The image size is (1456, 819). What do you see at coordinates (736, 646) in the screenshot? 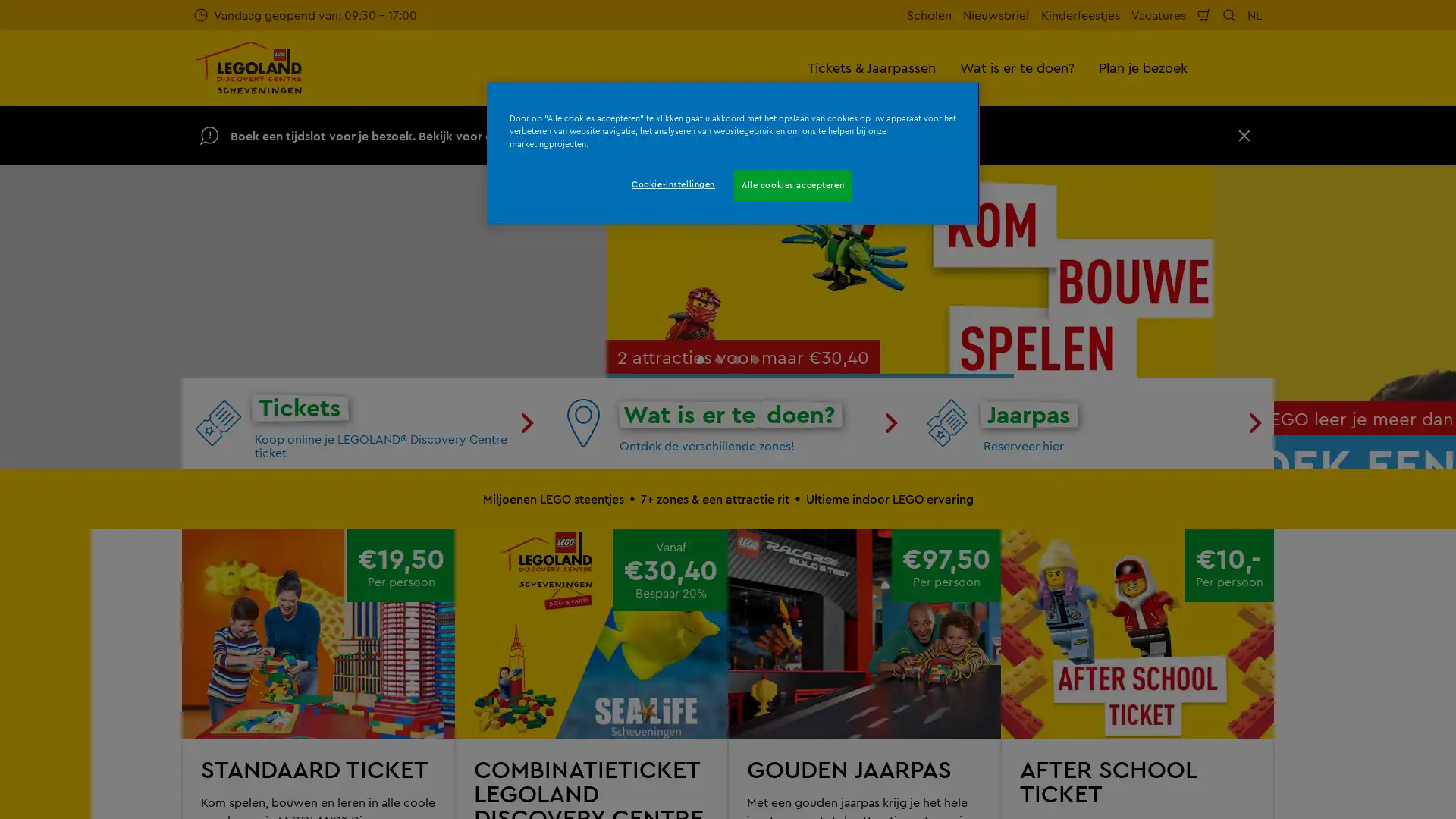
I see `Go to slide 3` at bounding box center [736, 646].